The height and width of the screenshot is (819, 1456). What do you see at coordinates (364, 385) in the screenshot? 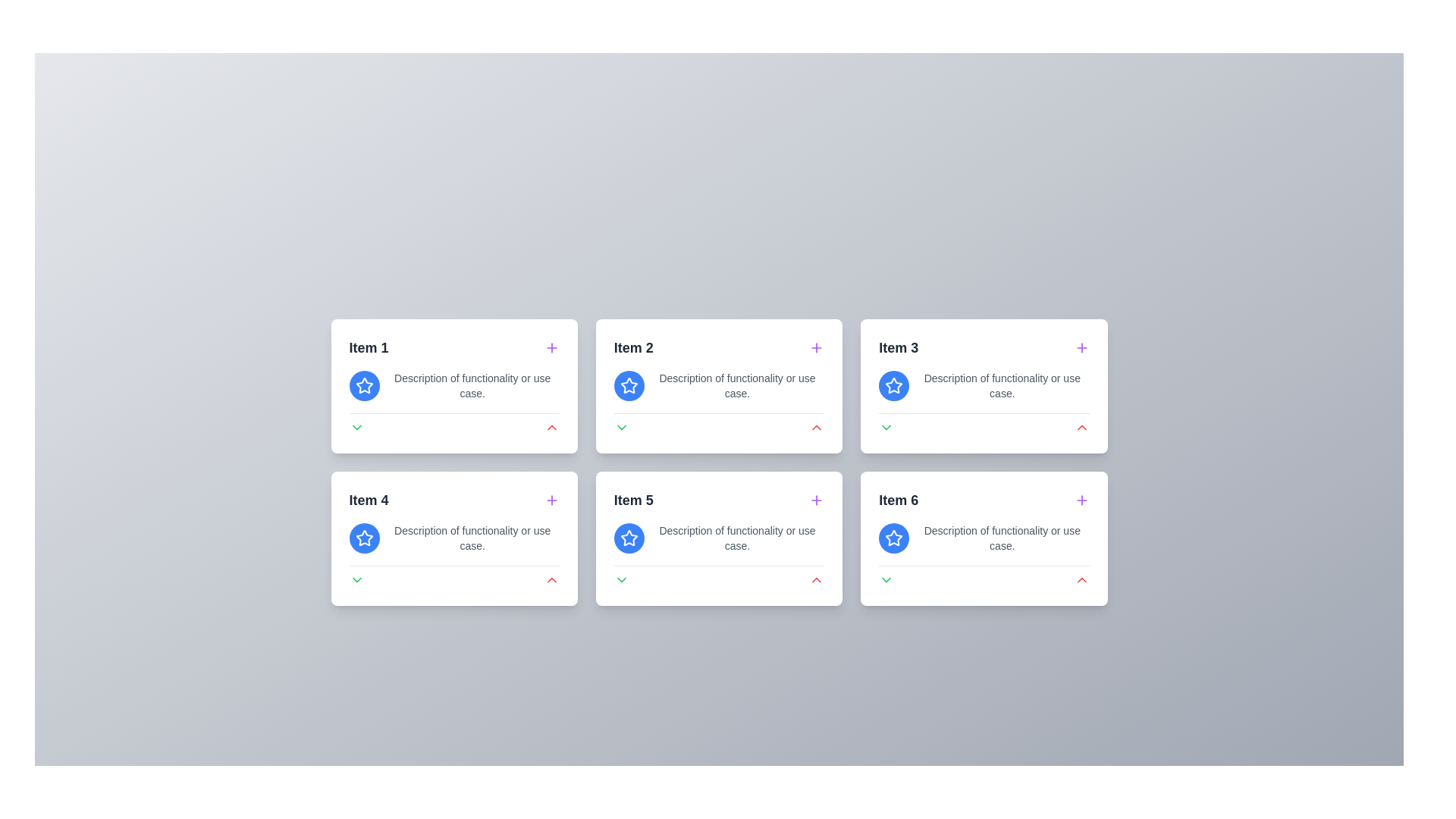
I see `the circular blue icon with a white star symbol located in the upper-left card labeled 'Item 1'` at bounding box center [364, 385].